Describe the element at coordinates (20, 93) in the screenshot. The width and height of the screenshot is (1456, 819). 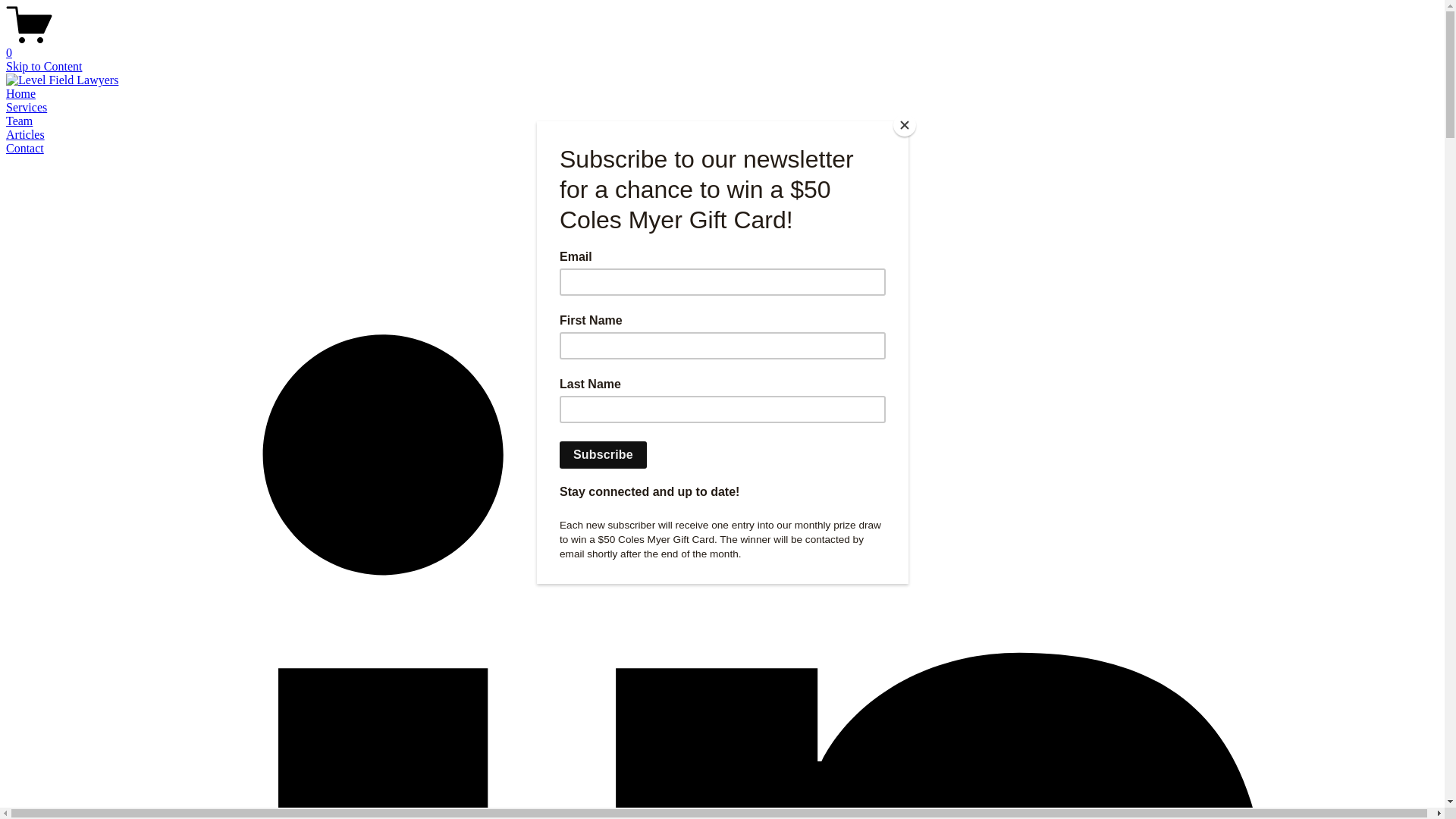
I see `'Home'` at that location.